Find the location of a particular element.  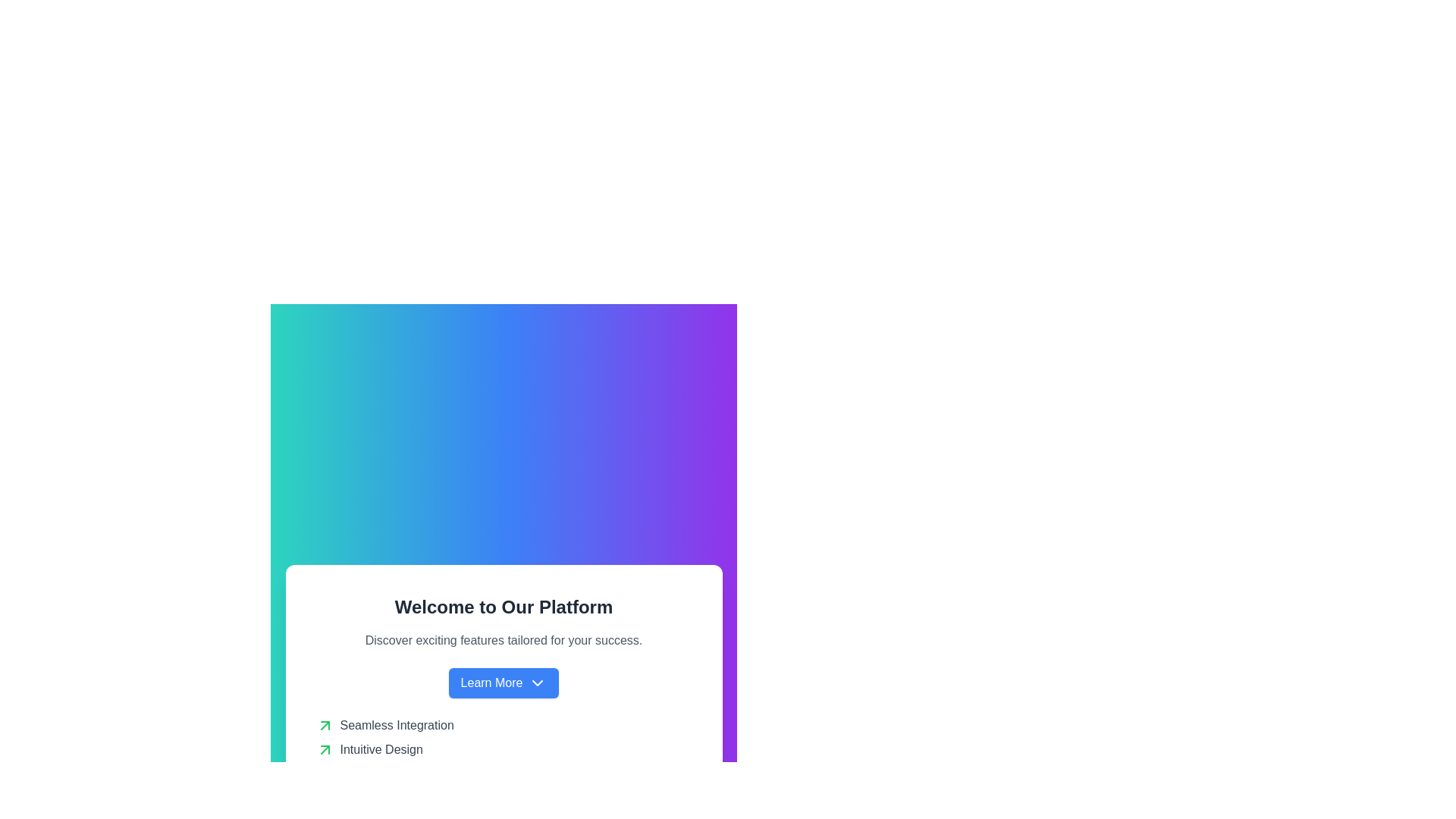

the welcoming headline text that introduces the purpose of the interface, located above the subtitle is located at coordinates (504, 607).